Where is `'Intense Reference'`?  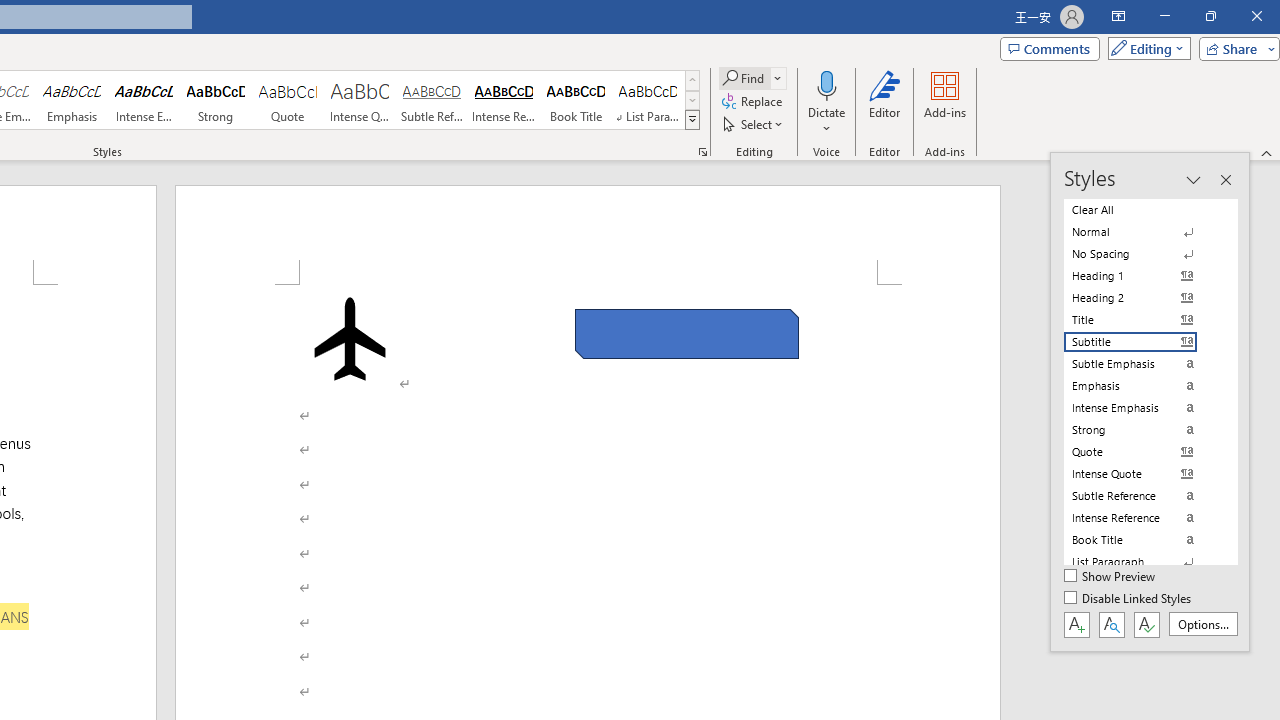 'Intense Reference' is located at coordinates (504, 100).